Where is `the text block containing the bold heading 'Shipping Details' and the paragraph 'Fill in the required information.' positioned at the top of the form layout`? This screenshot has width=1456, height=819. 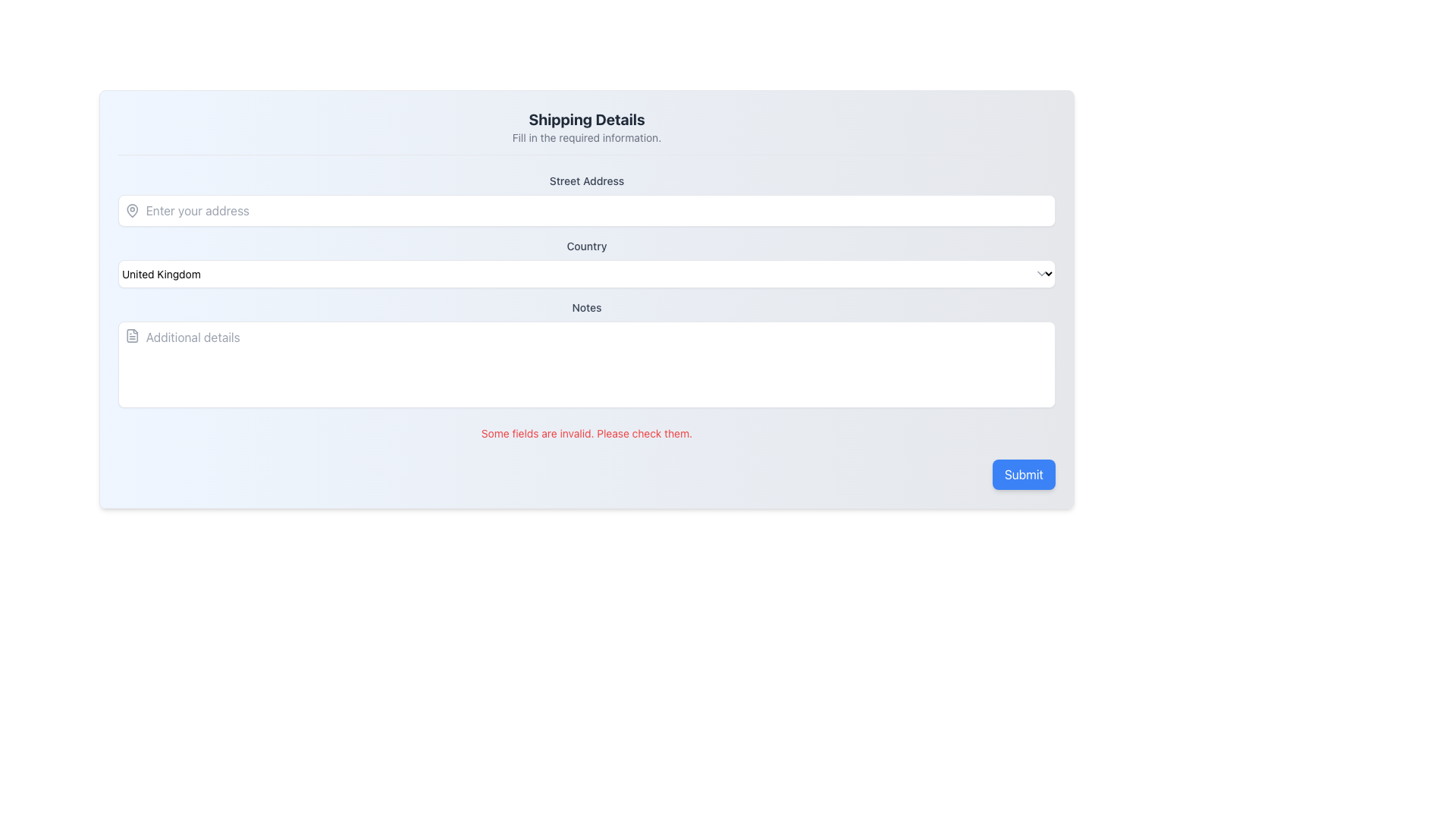
the text block containing the bold heading 'Shipping Details' and the paragraph 'Fill in the required information.' positioned at the top of the form layout is located at coordinates (585, 131).